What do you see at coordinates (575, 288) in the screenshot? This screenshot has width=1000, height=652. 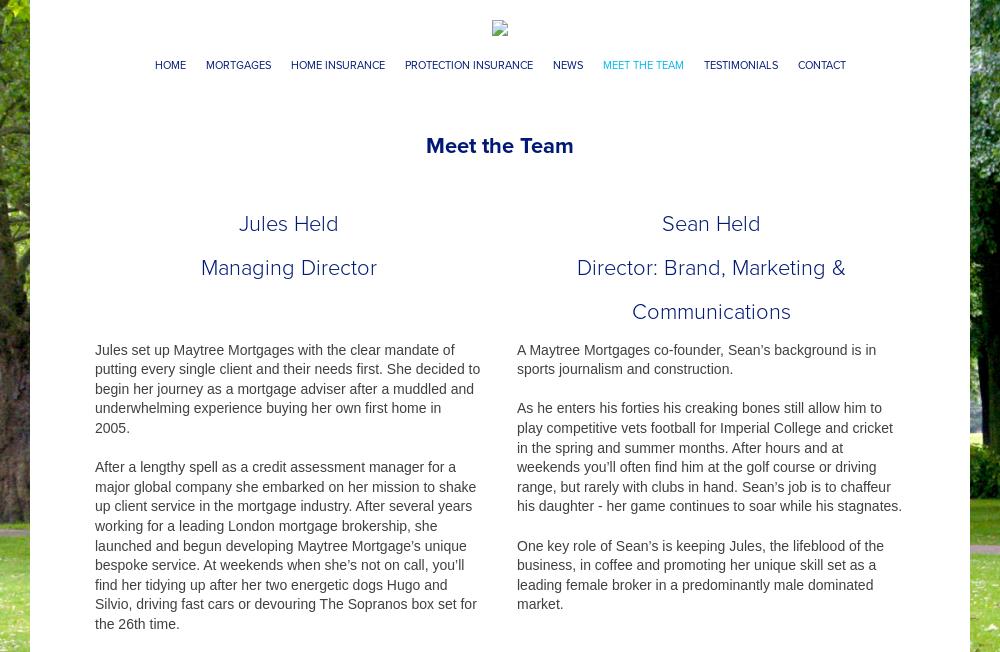 I see `'Director: Brand, Marketing & Communications'` at bounding box center [575, 288].